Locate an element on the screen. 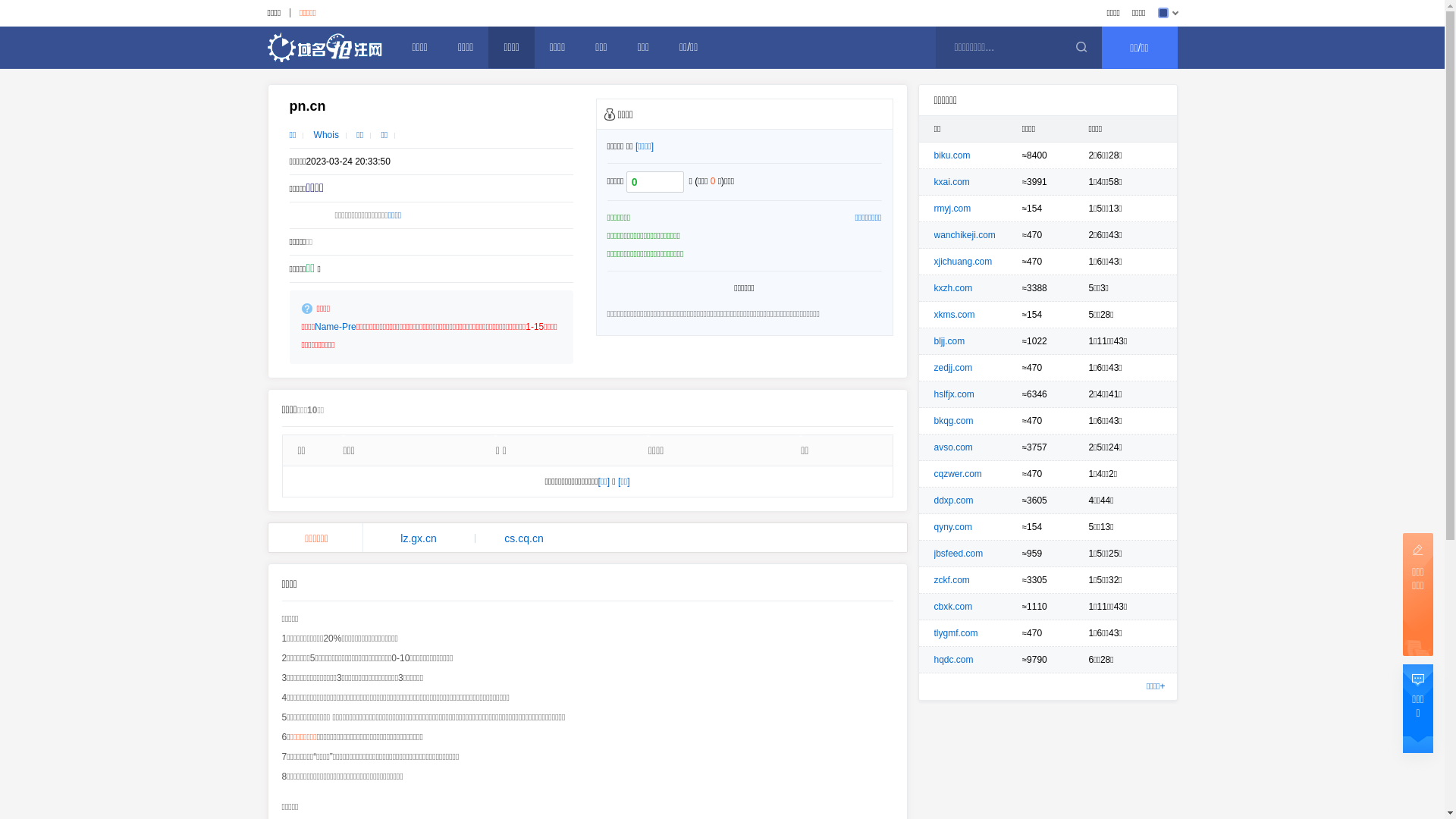  'zckf.com' is located at coordinates (951, 579).